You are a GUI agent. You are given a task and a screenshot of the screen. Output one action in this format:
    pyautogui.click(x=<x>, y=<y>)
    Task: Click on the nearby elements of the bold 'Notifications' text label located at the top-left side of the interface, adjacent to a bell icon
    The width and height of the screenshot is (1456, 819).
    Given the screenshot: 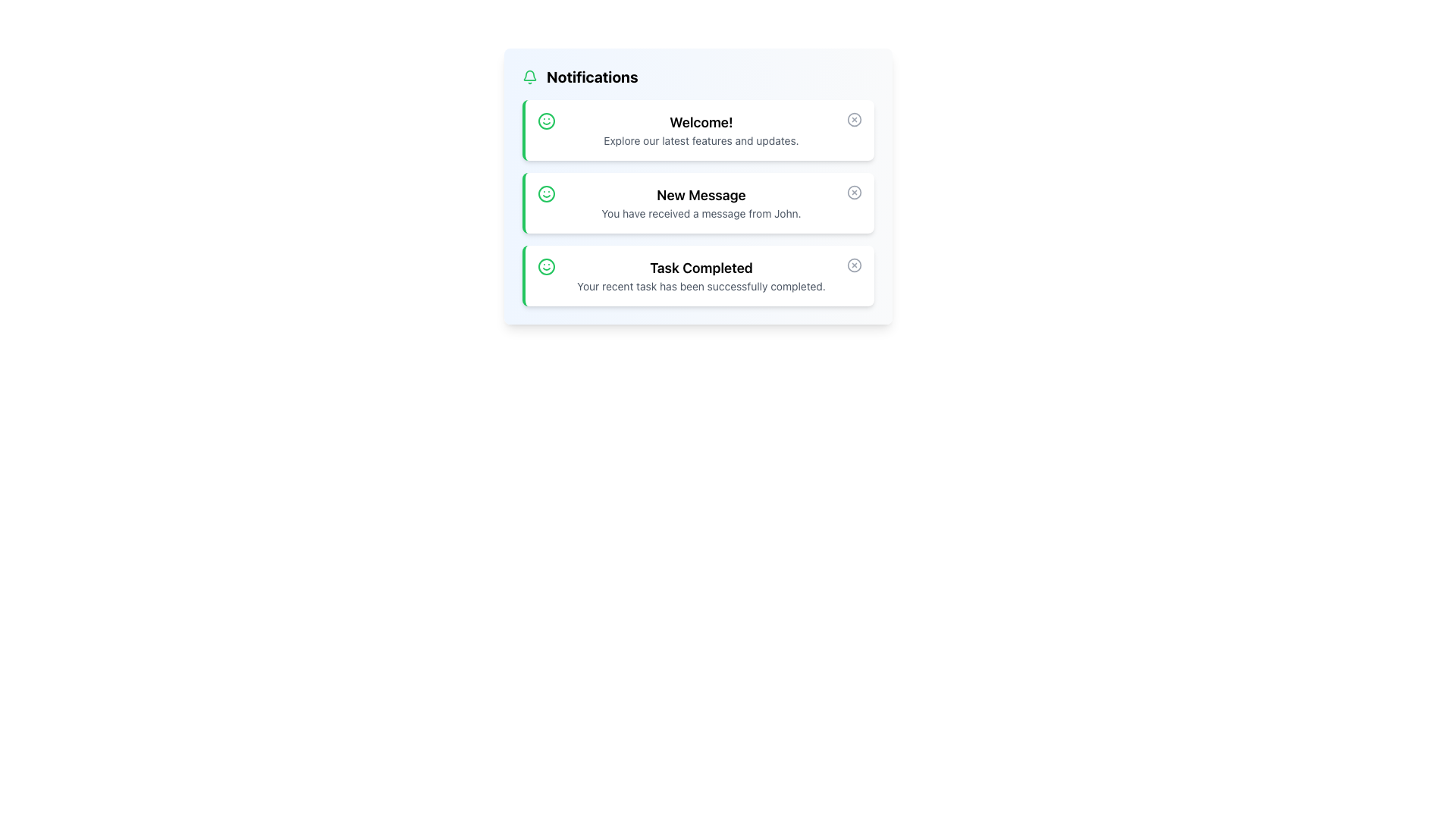 What is the action you would take?
    pyautogui.click(x=591, y=77)
    